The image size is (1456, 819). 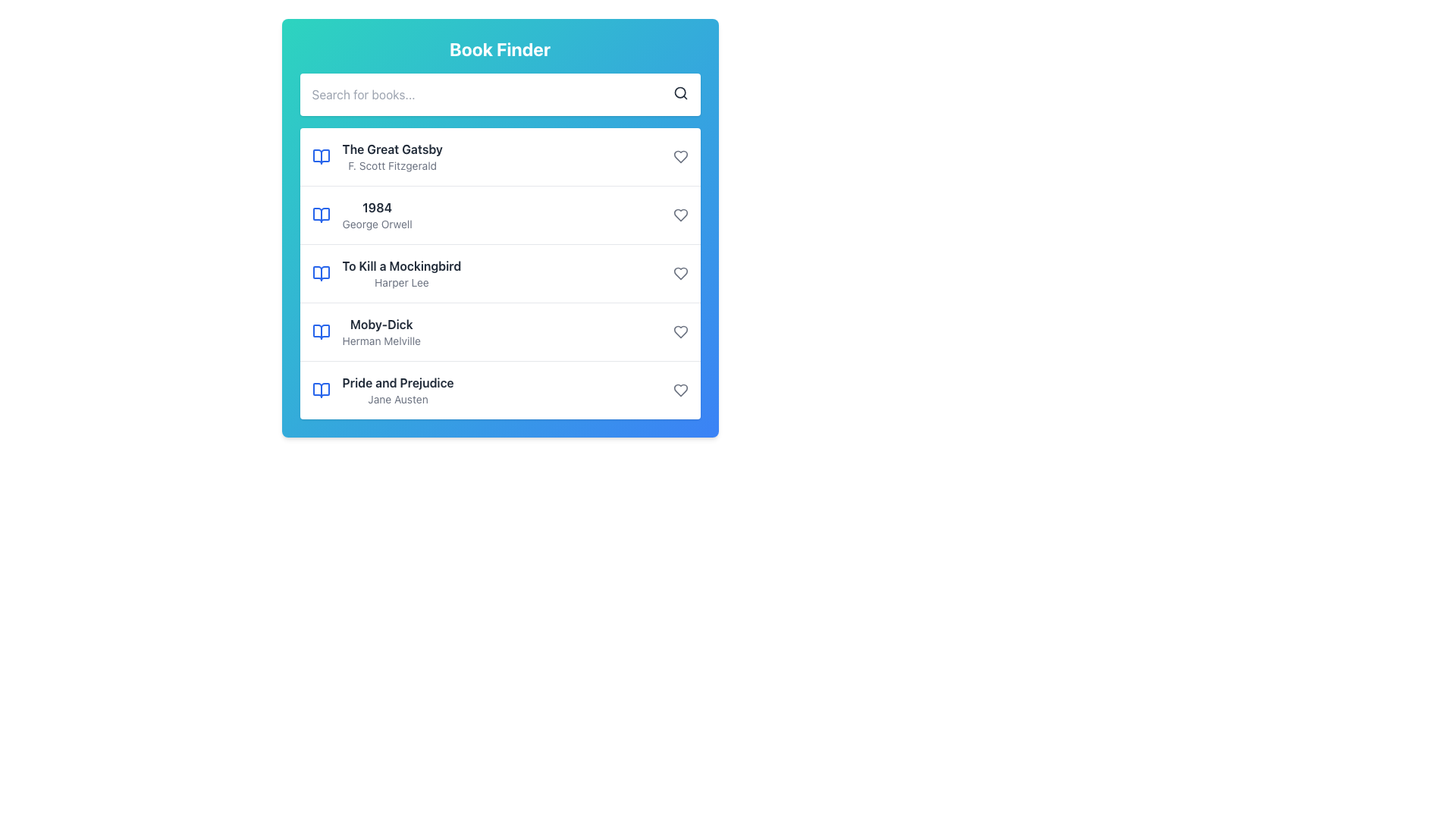 What do you see at coordinates (679, 93) in the screenshot?
I see `the decorative circular graphic within the SVG component of the search magnifying glass icon located in the top-right corner of the application’s header` at bounding box center [679, 93].